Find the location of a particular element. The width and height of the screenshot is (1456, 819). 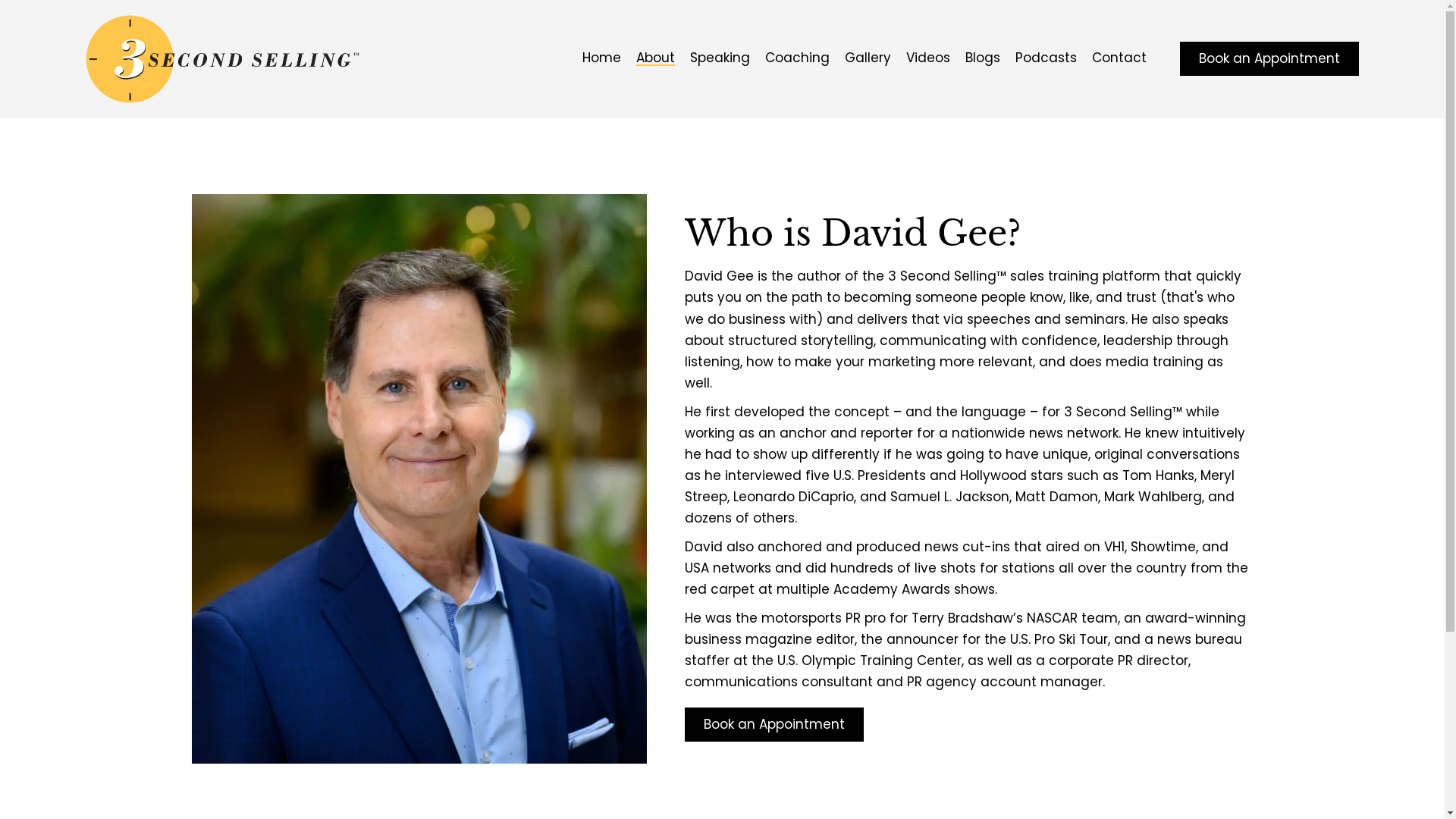

'Book an Appointment' is located at coordinates (1178, 58).